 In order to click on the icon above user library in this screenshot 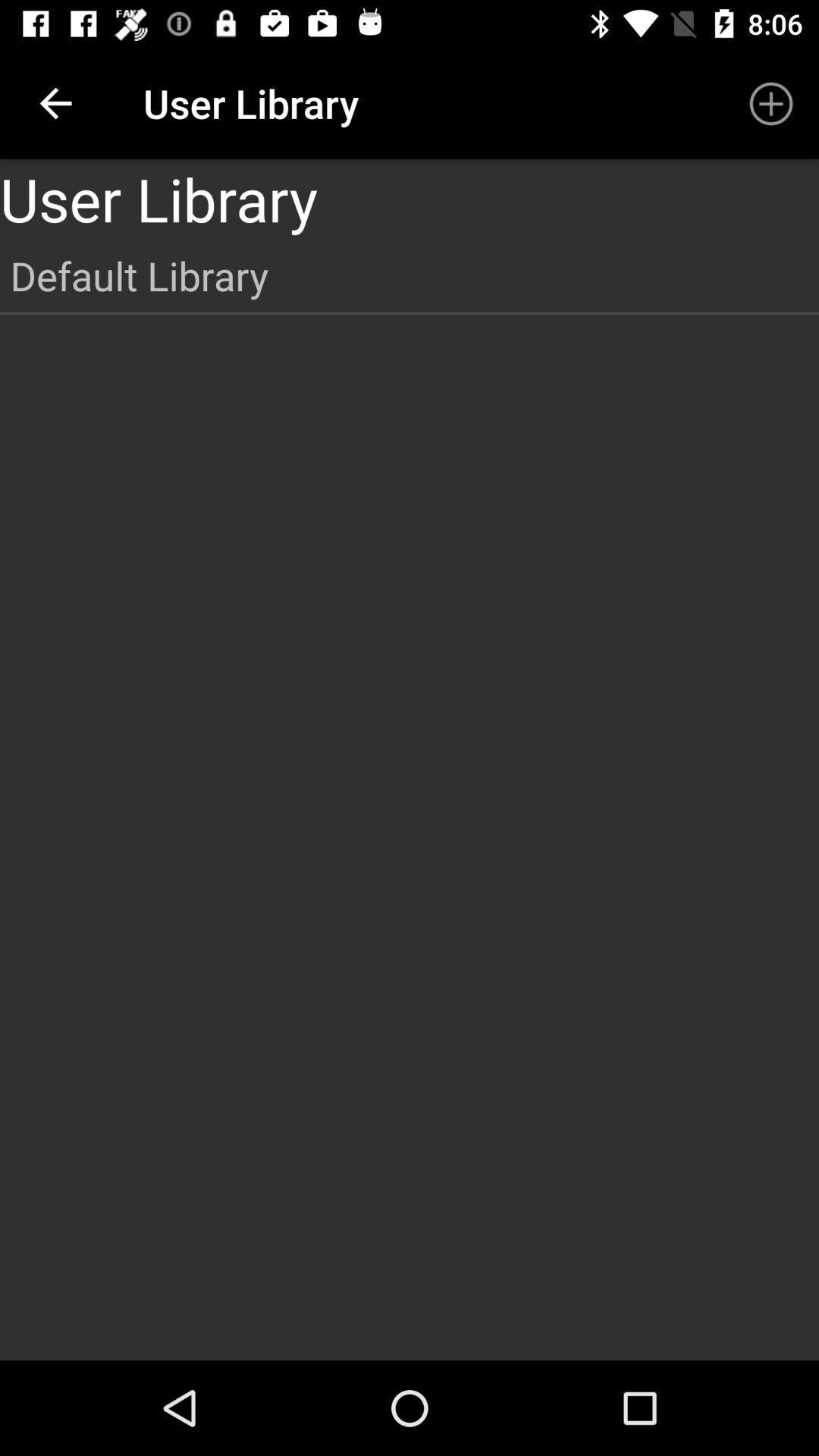, I will do `click(771, 102)`.